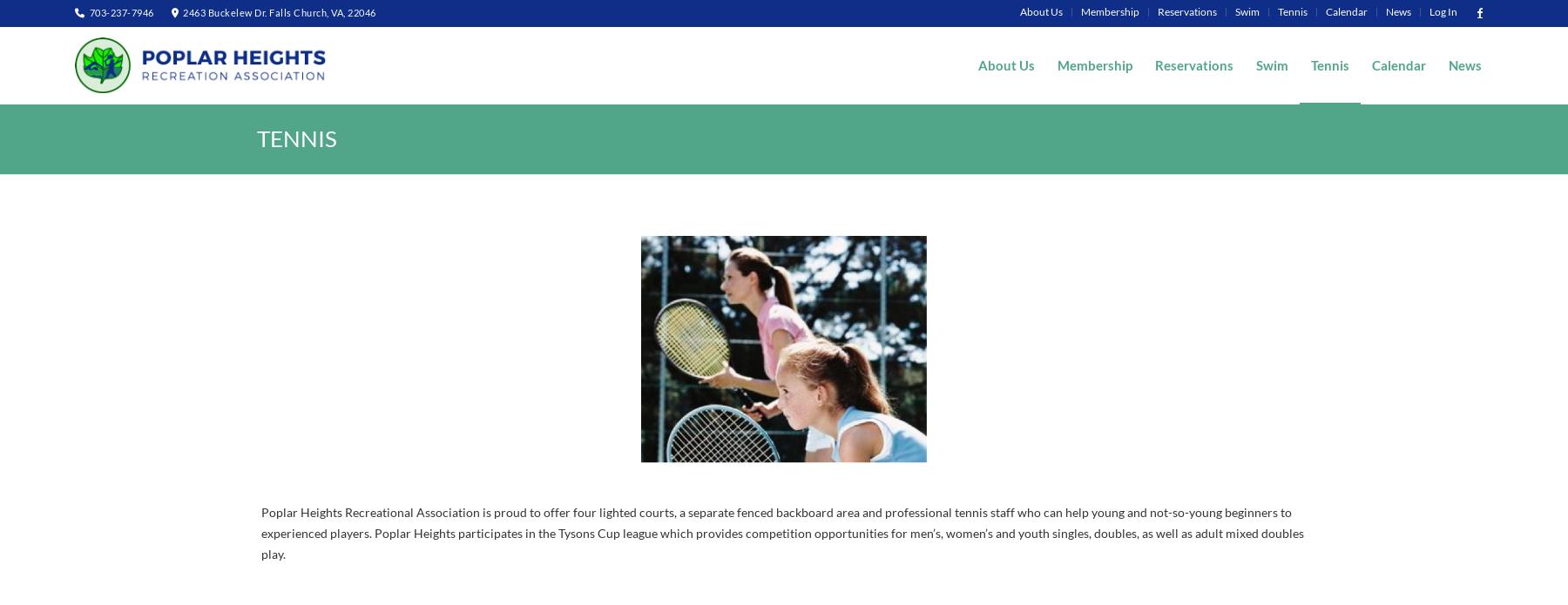 This screenshot has height=605, width=1568. What do you see at coordinates (278, 12) in the screenshot?
I see `'2463 Buckelew Dr. Falls Church, VA, 22046'` at bounding box center [278, 12].